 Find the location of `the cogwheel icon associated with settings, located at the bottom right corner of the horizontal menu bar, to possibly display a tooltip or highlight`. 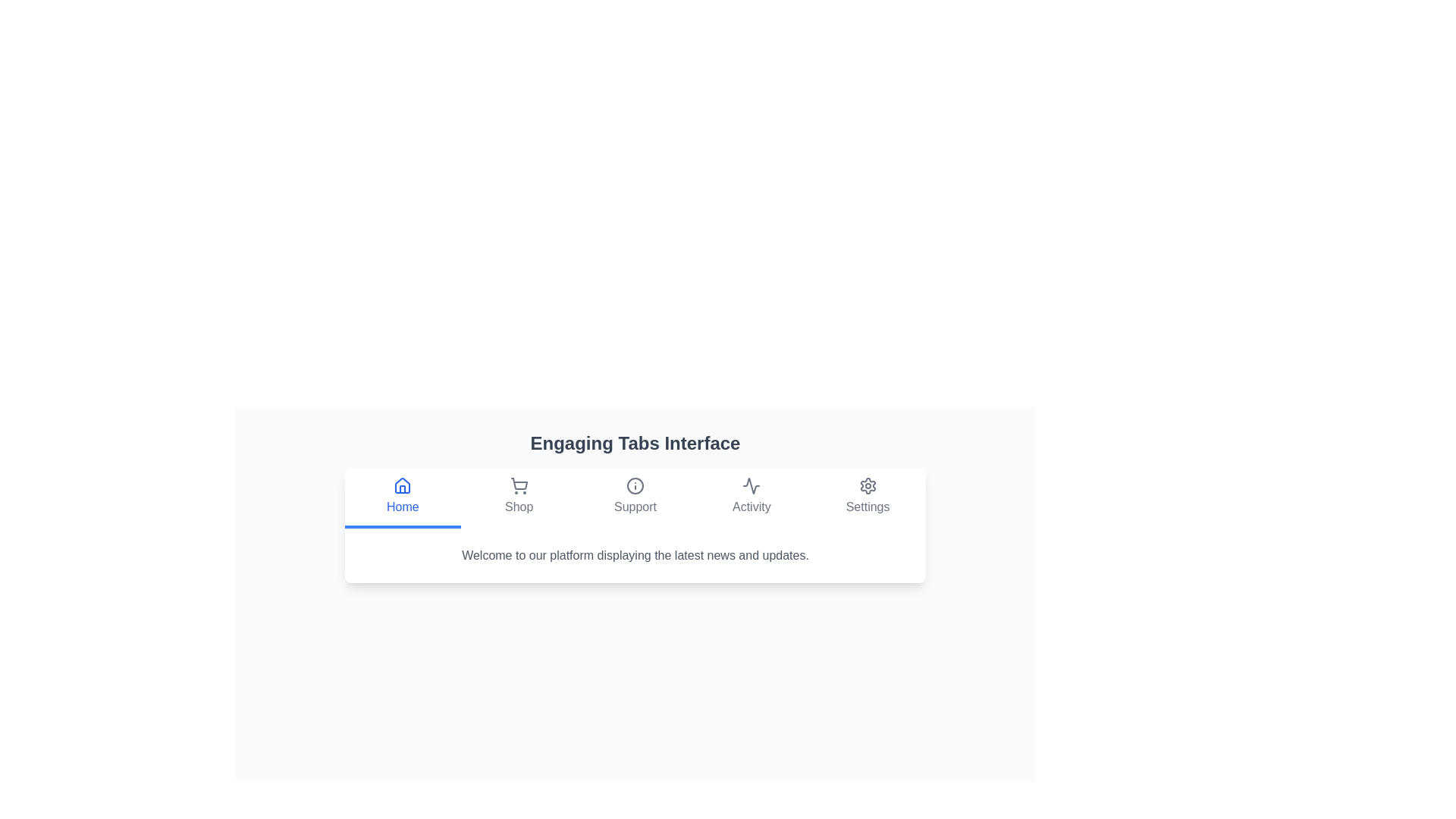

the cogwheel icon associated with settings, located at the bottom right corner of the horizontal menu bar, to possibly display a tooltip or highlight is located at coordinates (868, 485).